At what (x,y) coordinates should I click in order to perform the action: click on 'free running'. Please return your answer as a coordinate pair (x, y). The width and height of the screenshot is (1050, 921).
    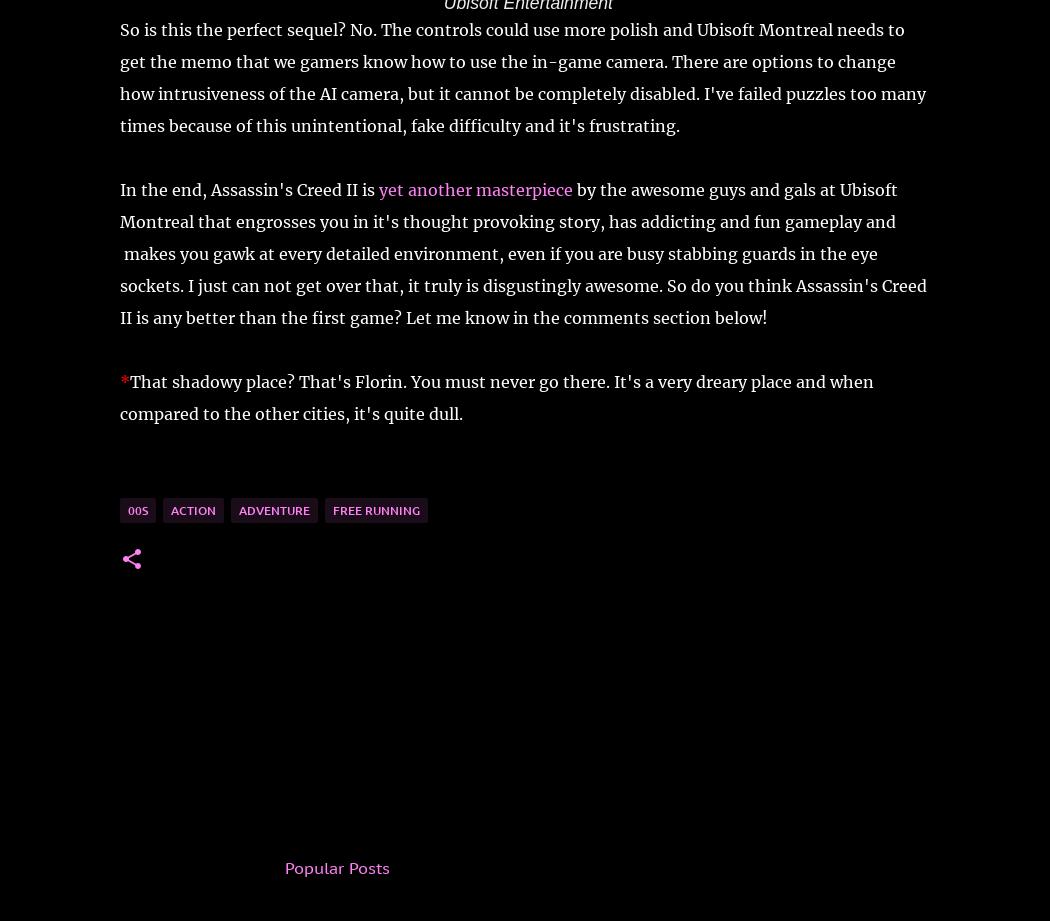
    Looking at the image, I should click on (332, 508).